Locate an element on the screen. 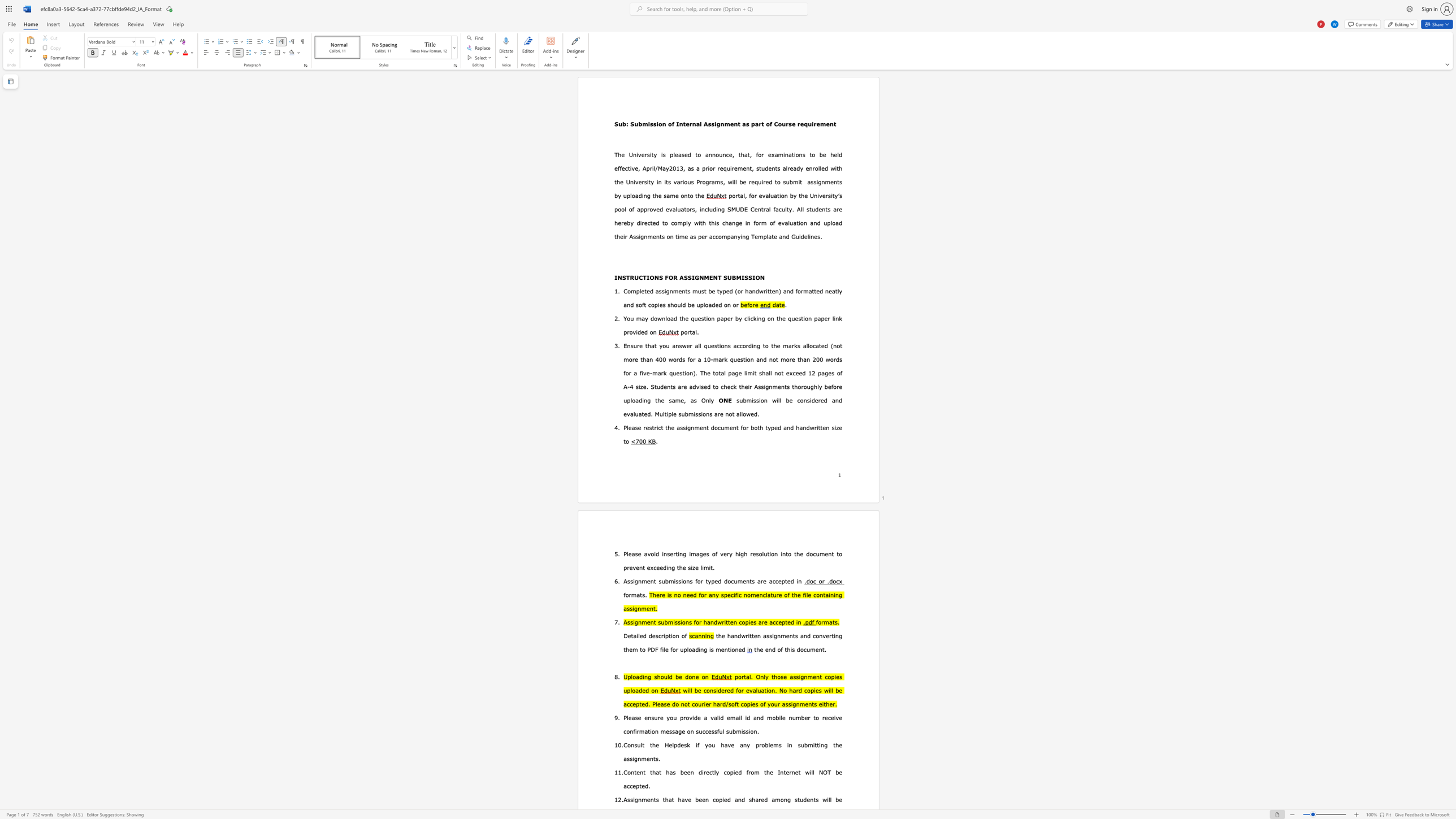 The width and height of the screenshot is (1456, 819). the subset text "nclature of the file" within the text "There is no need for any specific nomenclature of the file" is located at coordinates (759, 594).